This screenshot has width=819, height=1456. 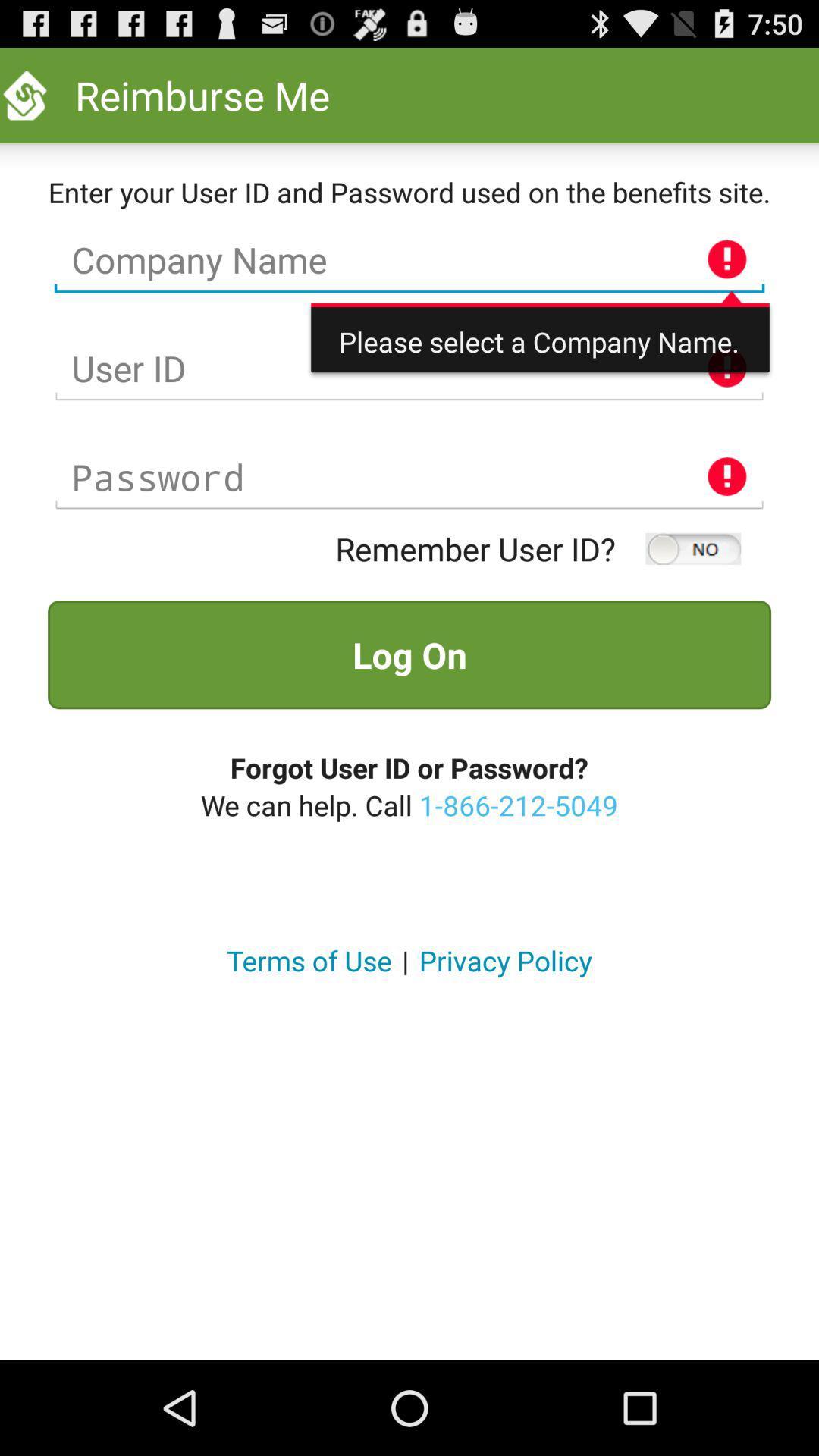 I want to click on type text in password prompt, so click(x=409, y=476).